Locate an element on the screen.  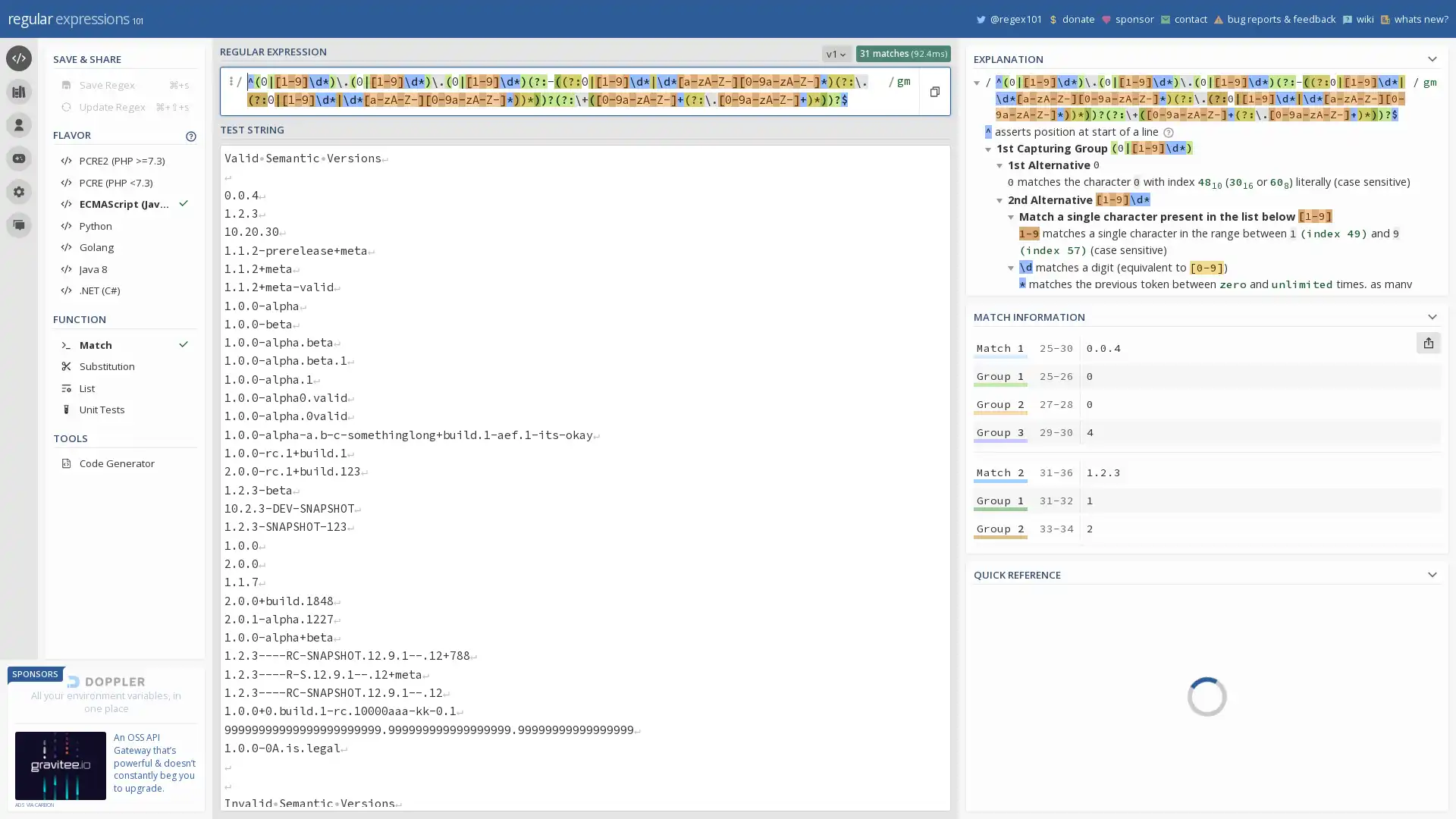
Flags/Modifiers is located at coordinates (1044, 801).